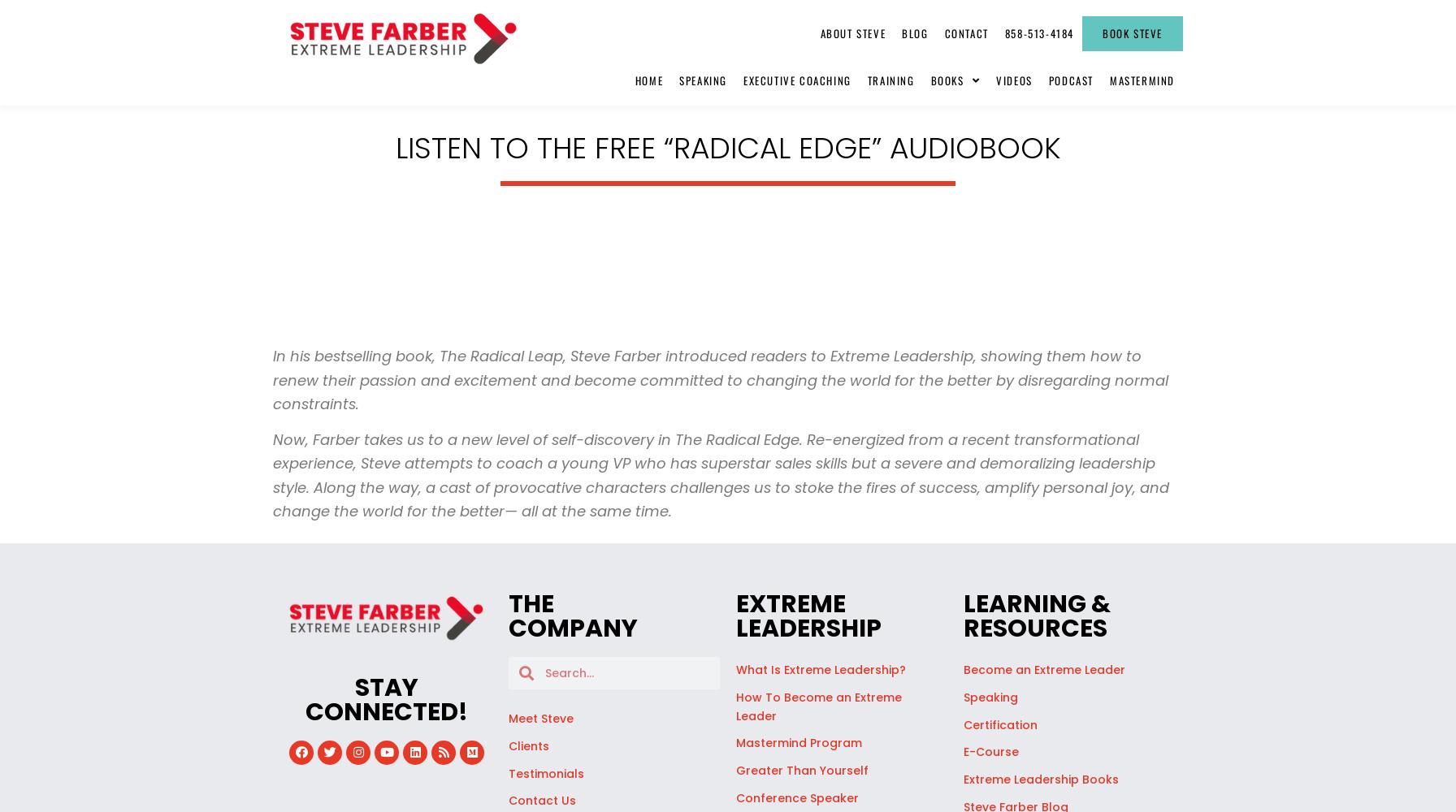 The height and width of the screenshot is (812, 1456). I want to click on 'Love is Just Damn Good Business', so click(988, 122).